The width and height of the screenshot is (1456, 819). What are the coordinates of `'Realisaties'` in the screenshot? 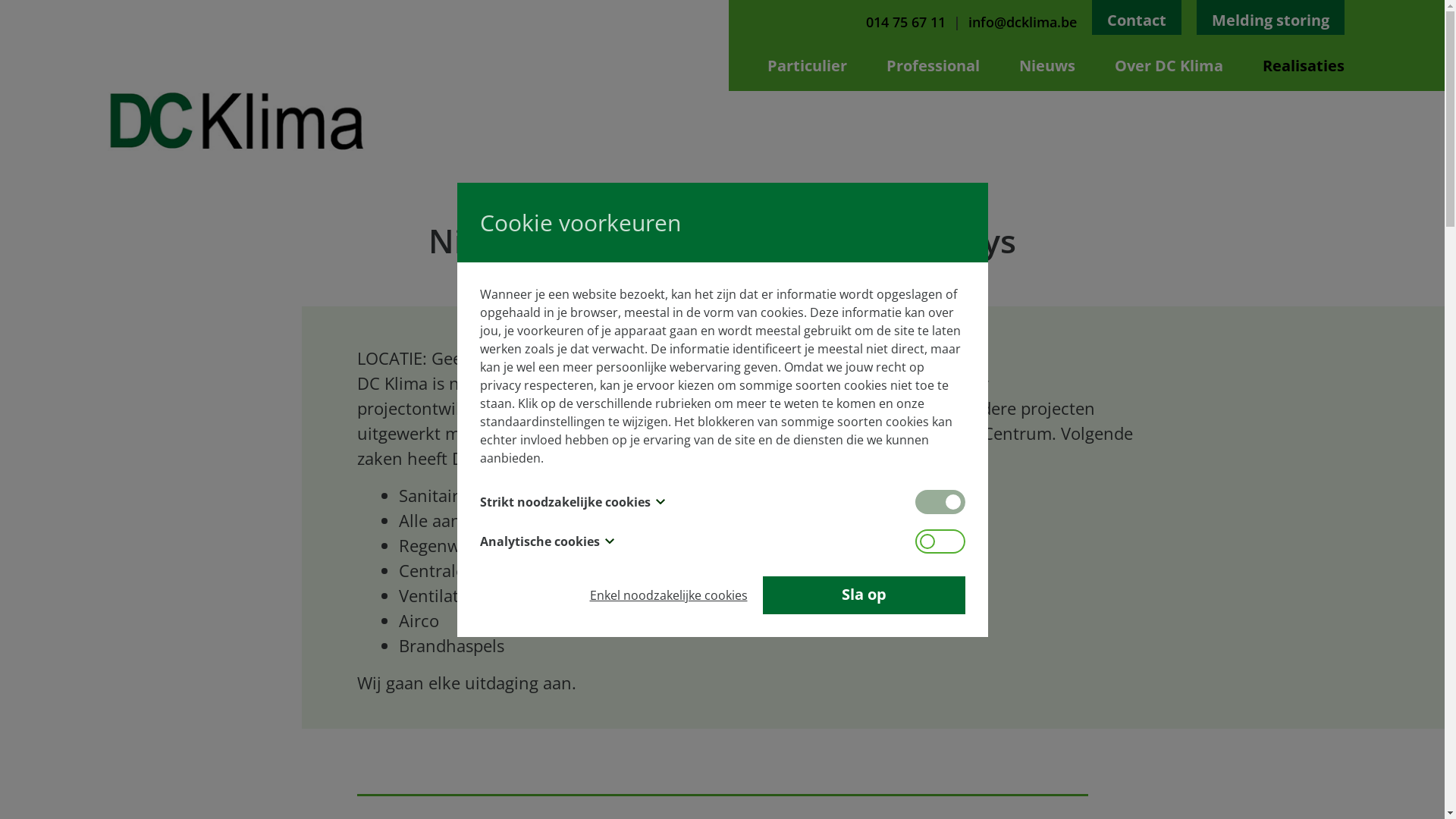 It's located at (1262, 64).